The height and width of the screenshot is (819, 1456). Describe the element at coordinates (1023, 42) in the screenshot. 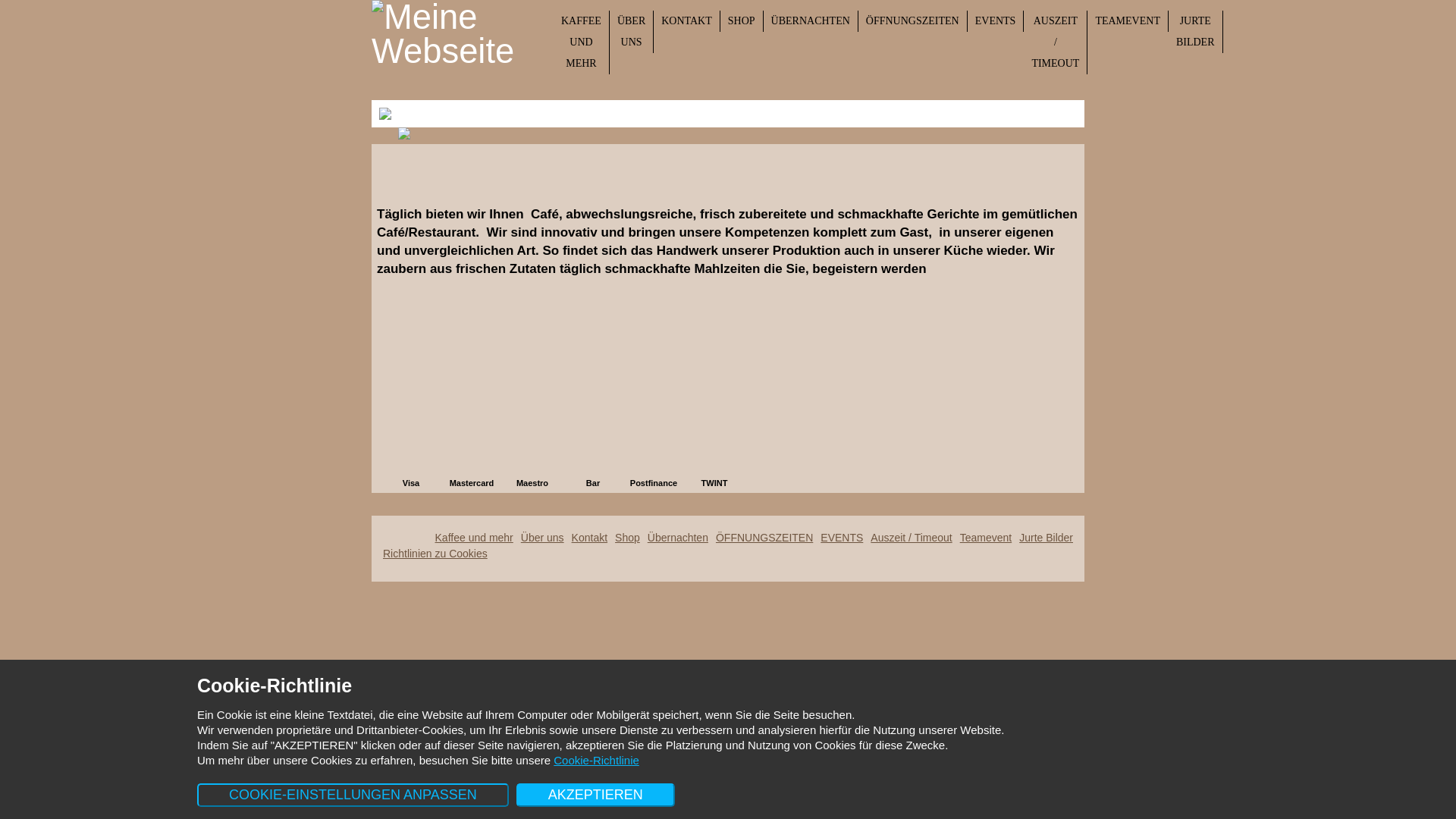

I see `'AUSZEIT / TIMEOUT'` at that location.